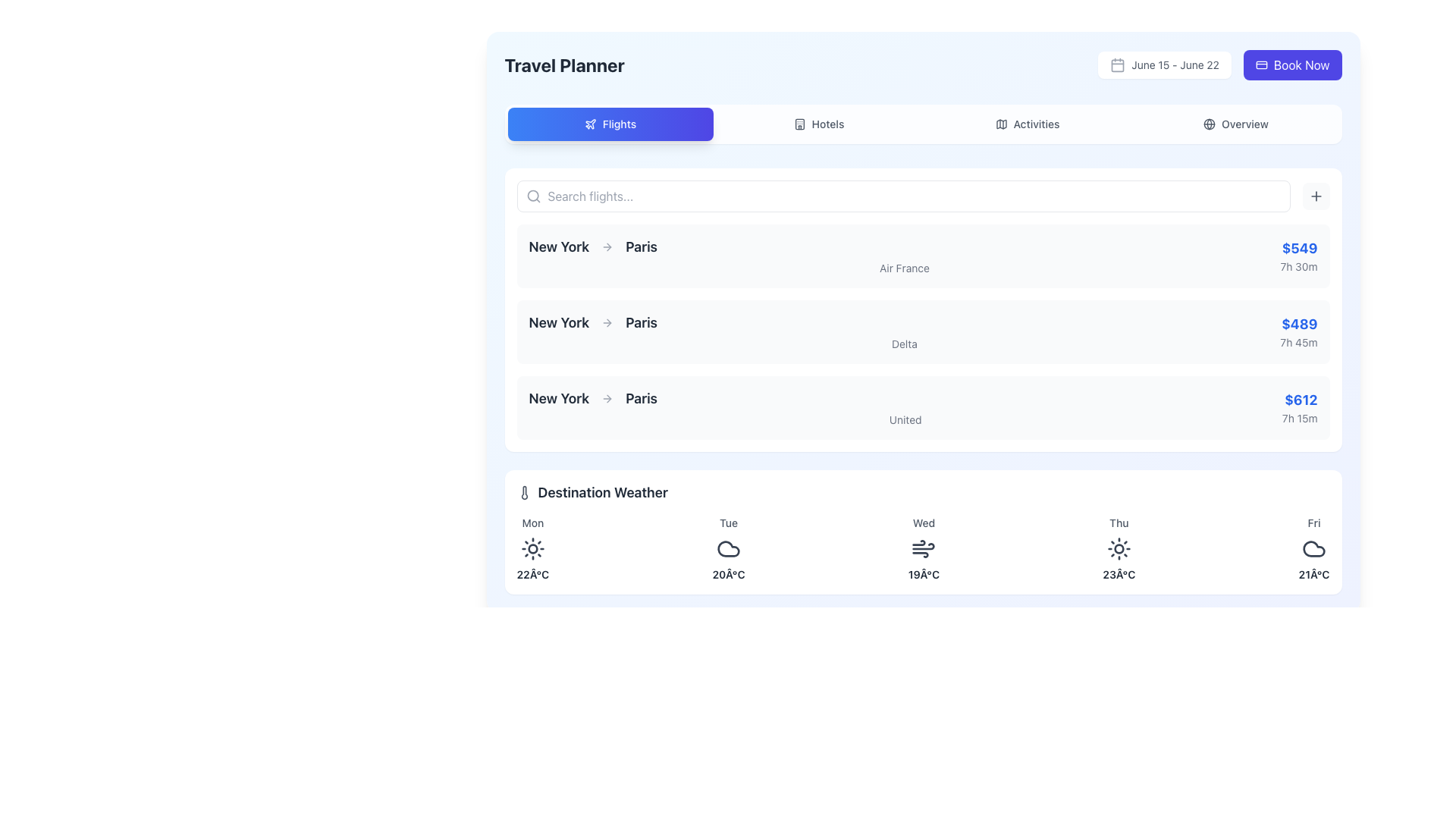 Image resolution: width=1456 pixels, height=819 pixels. Describe the element at coordinates (1236, 124) in the screenshot. I see `the 'Overview' tab in the navigation bar` at that location.